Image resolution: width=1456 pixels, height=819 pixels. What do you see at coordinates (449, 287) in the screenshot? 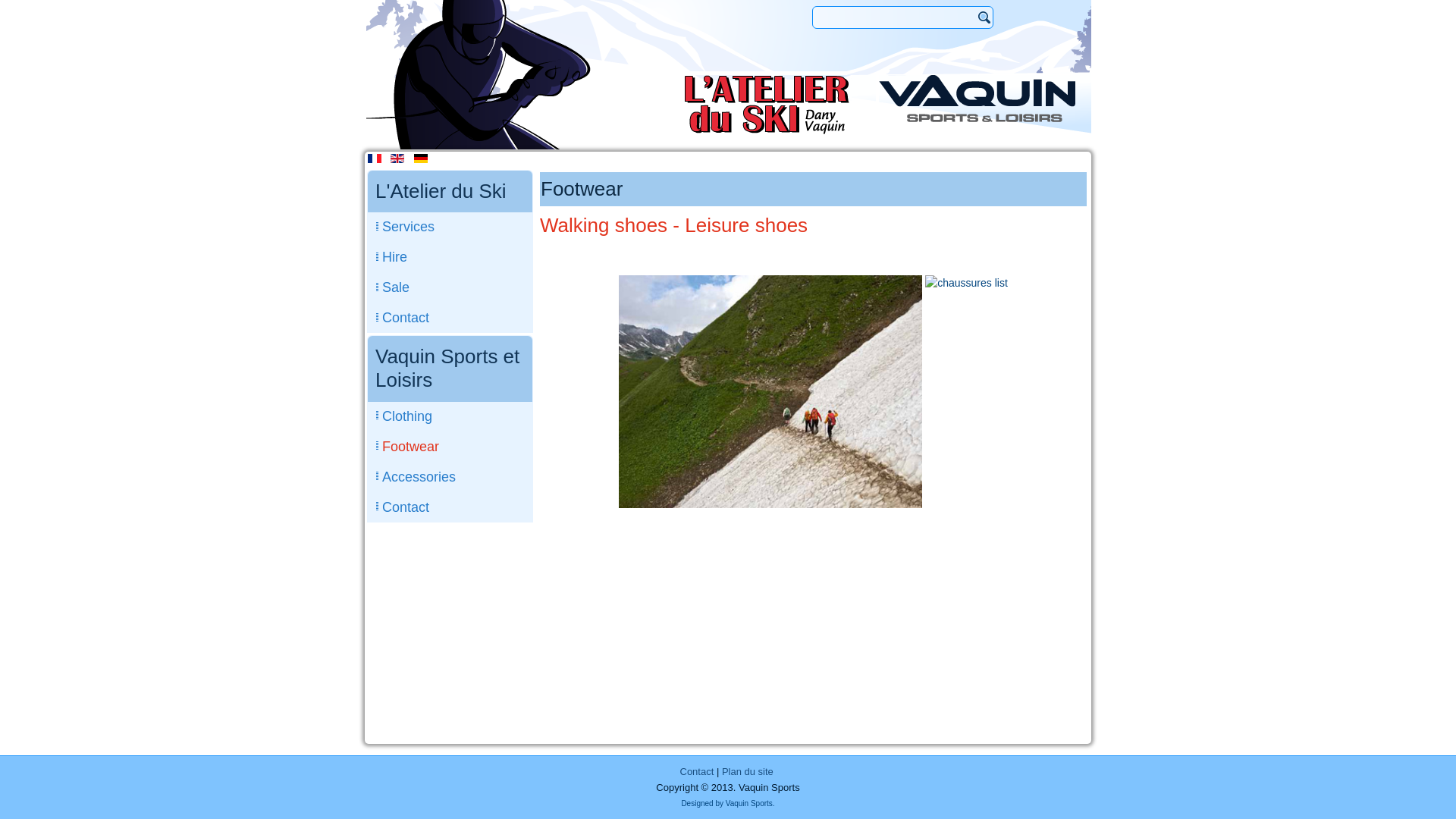
I see `'Sale'` at bounding box center [449, 287].